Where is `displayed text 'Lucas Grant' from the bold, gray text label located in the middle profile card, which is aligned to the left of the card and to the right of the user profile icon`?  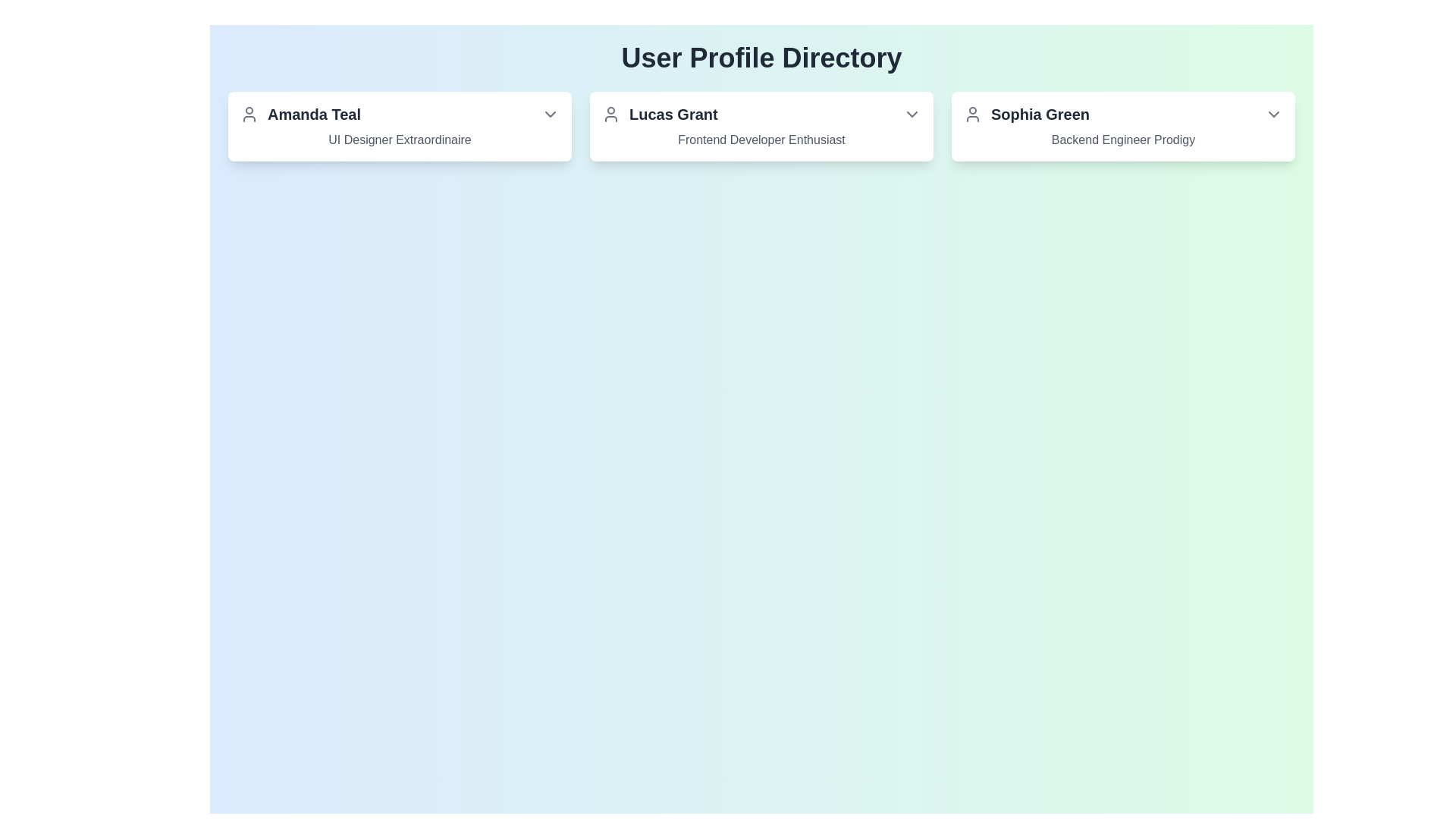
displayed text 'Lucas Grant' from the bold, gray text label located in the middle profile card, which is aligned to the left of the card and to the right of the user profile icon is located at coordinates (673, 113).